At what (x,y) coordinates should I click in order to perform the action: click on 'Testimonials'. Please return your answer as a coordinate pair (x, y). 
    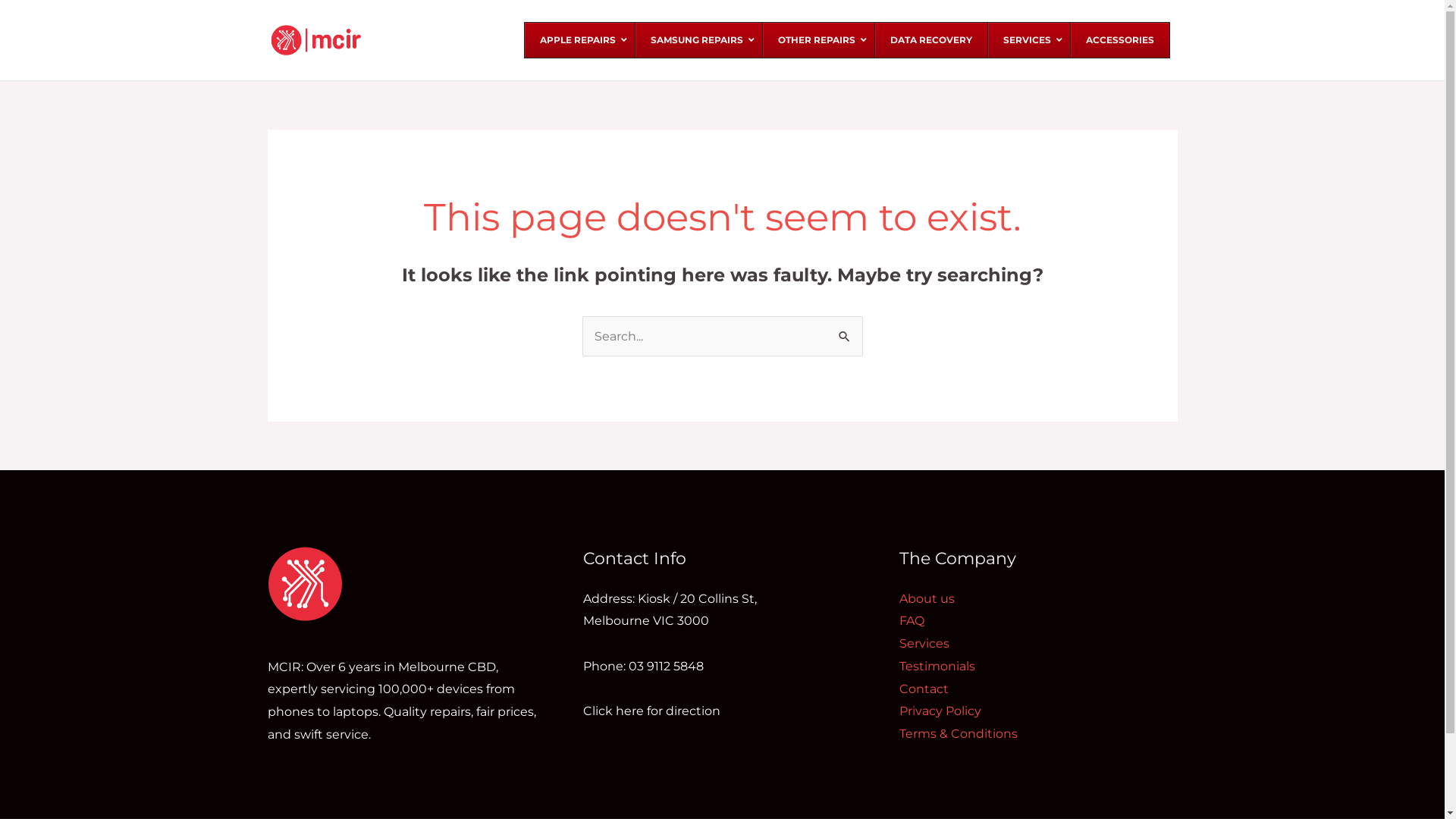
    Looking at the image, I should click on (899, 665).